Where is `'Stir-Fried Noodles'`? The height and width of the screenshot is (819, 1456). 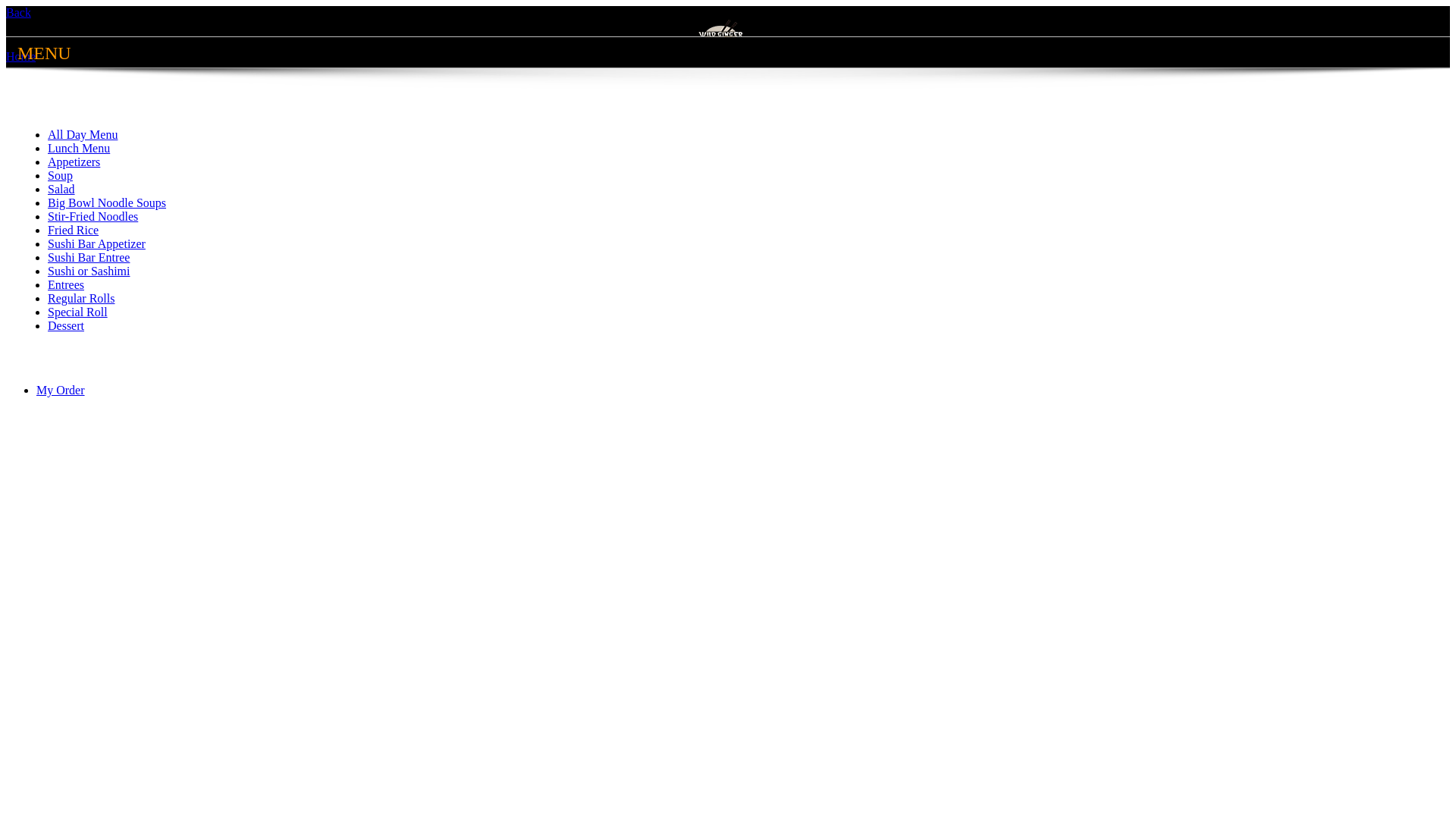
'Stir-Fried Noodles' is located at coordinates (92, 216).